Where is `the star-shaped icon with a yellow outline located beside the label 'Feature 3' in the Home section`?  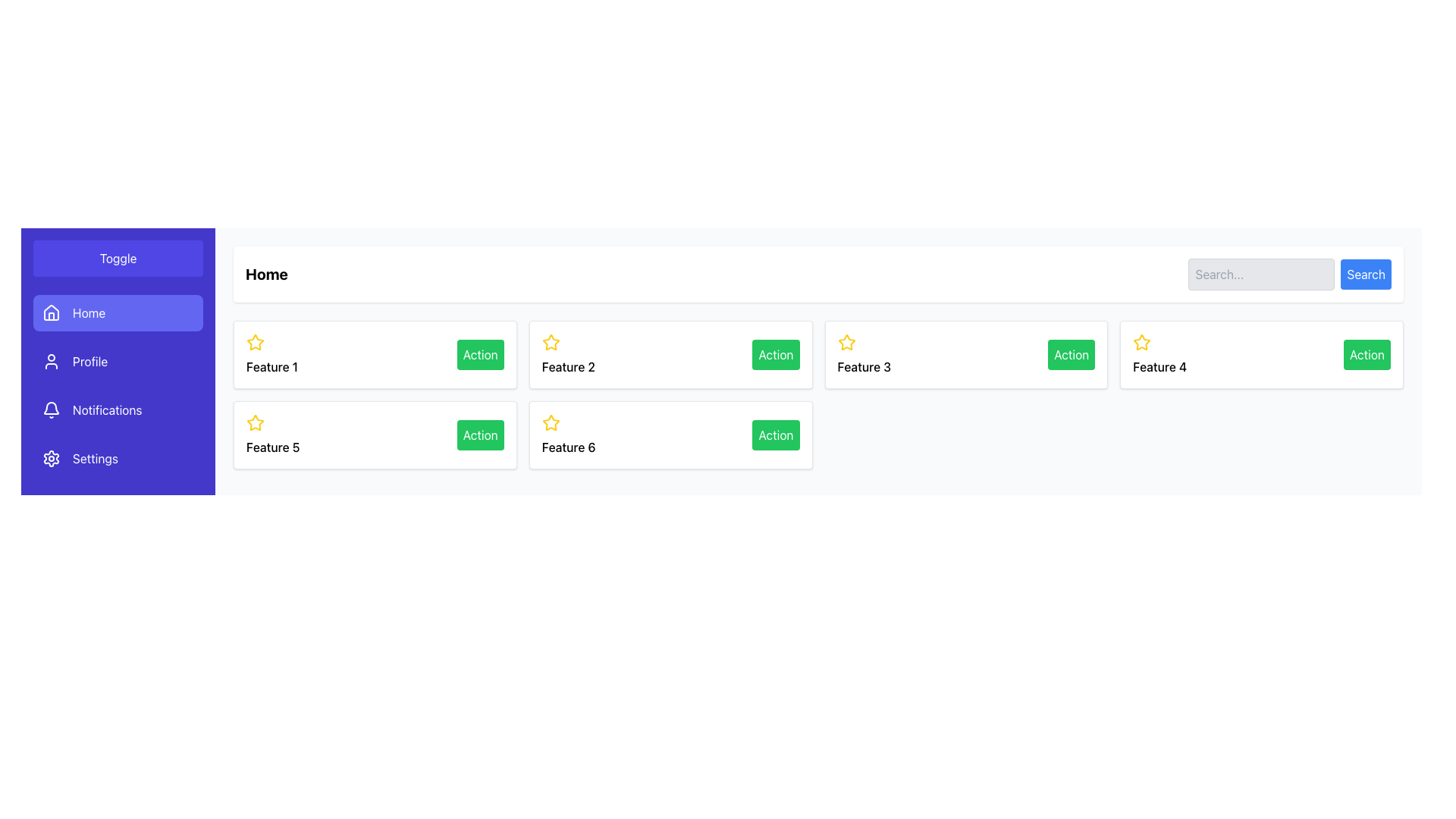
the star-shaped icon with a yellow outline located beside the label 'Feature 3' in the Home section is located at coordinates (846, 342).